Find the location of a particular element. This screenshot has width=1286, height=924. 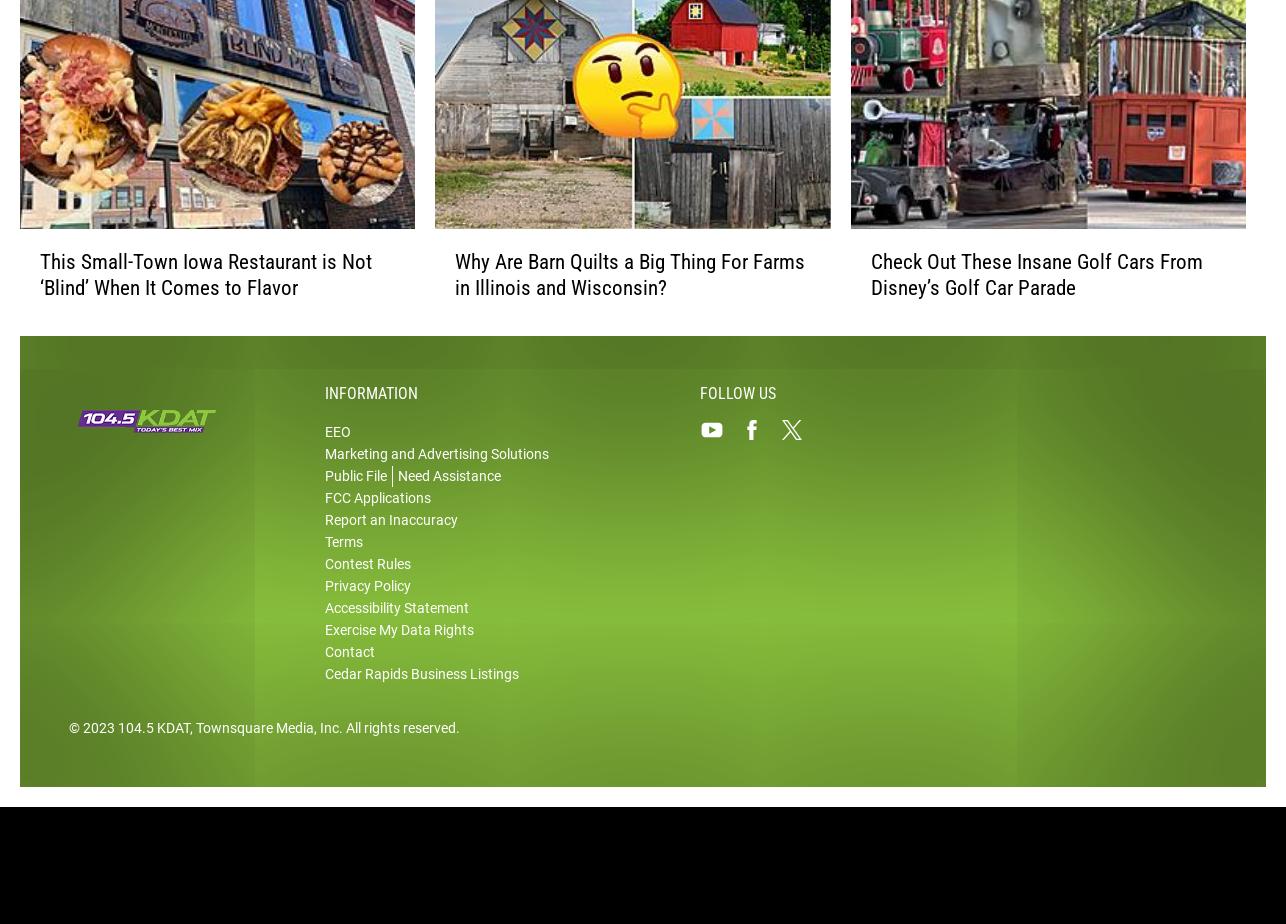

'FCC Applications' is located at coordinates (323, 530).